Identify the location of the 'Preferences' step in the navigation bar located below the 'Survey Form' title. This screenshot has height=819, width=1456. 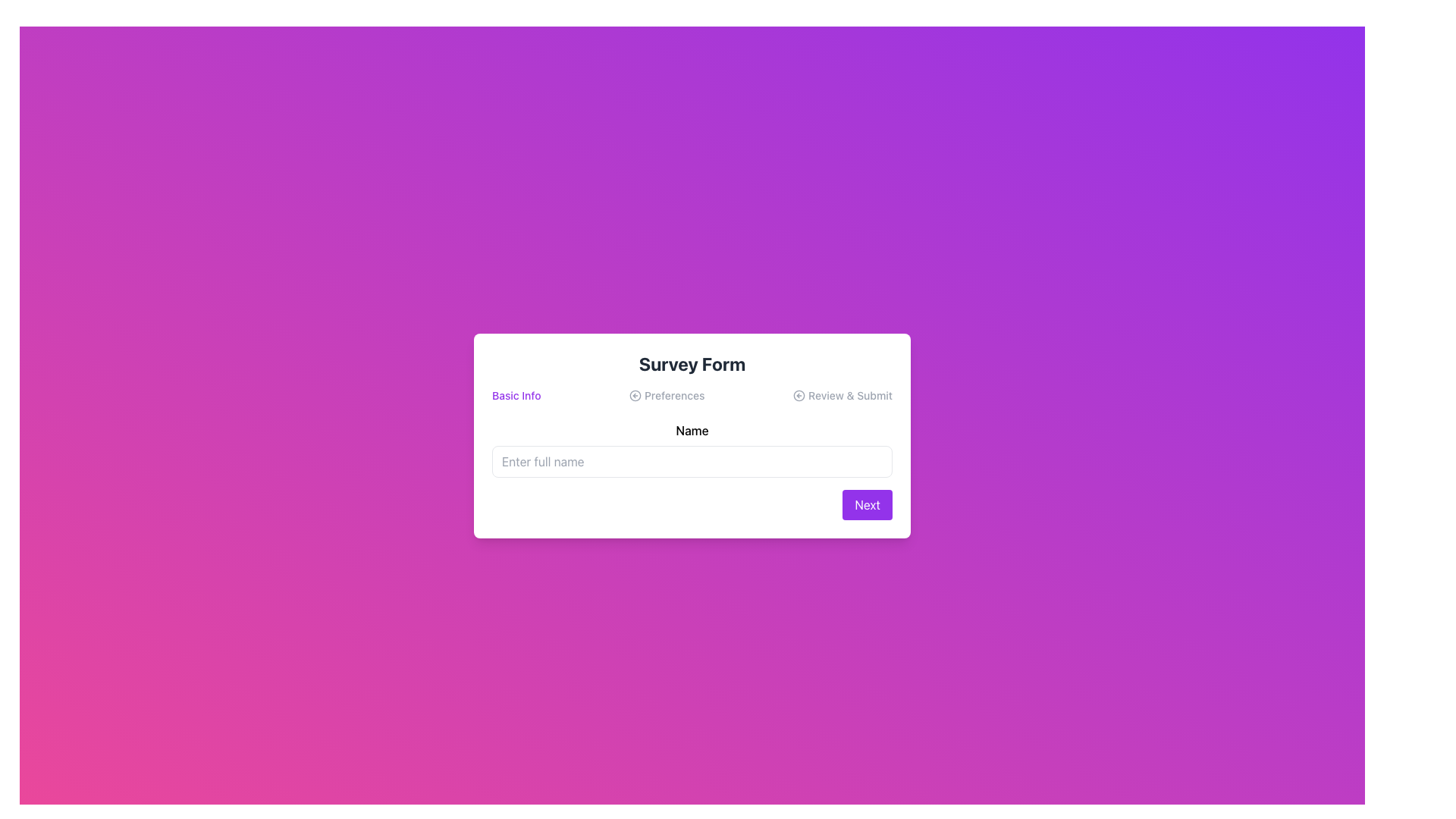
(691, 394).